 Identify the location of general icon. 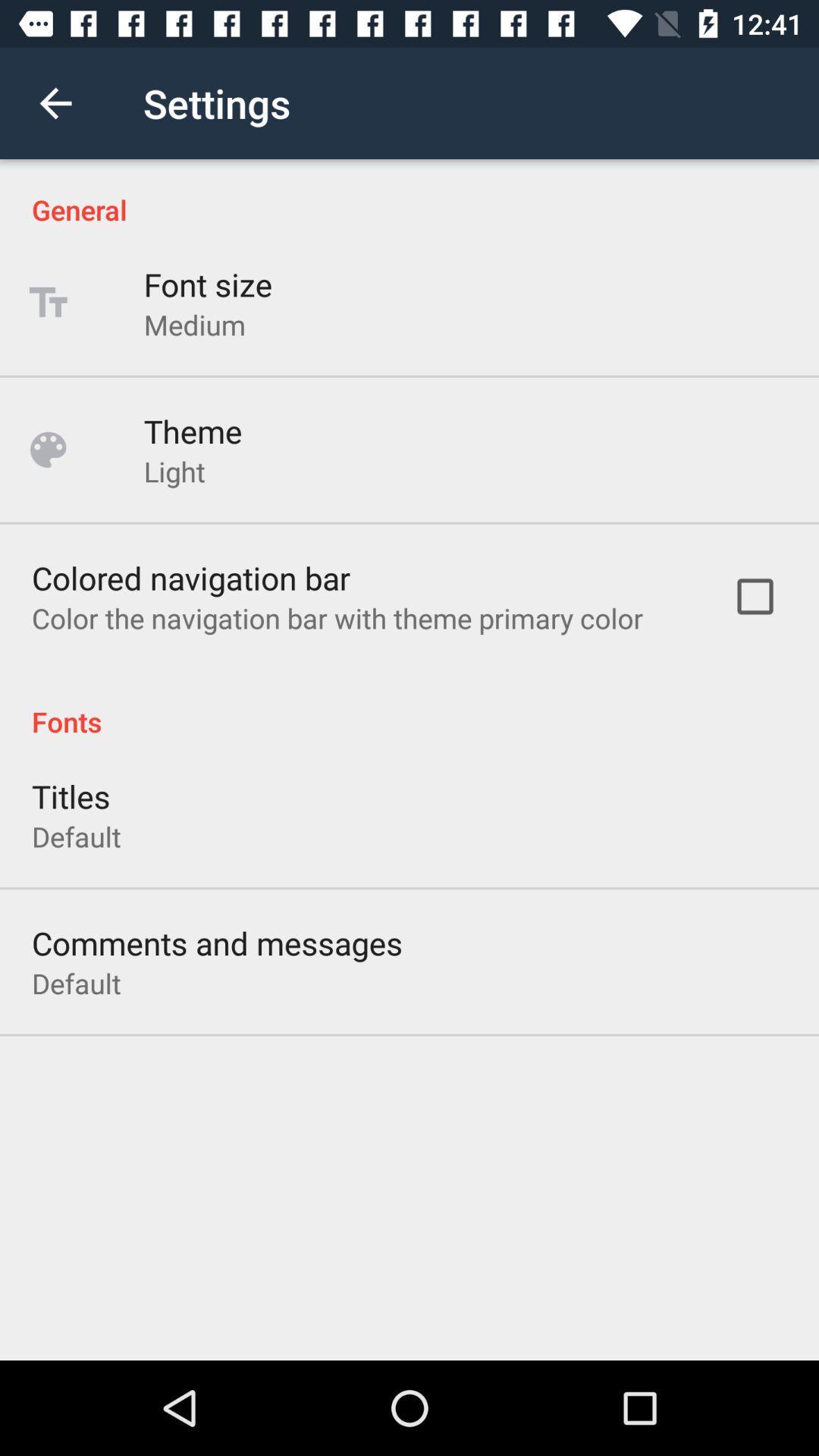
(409, 193).